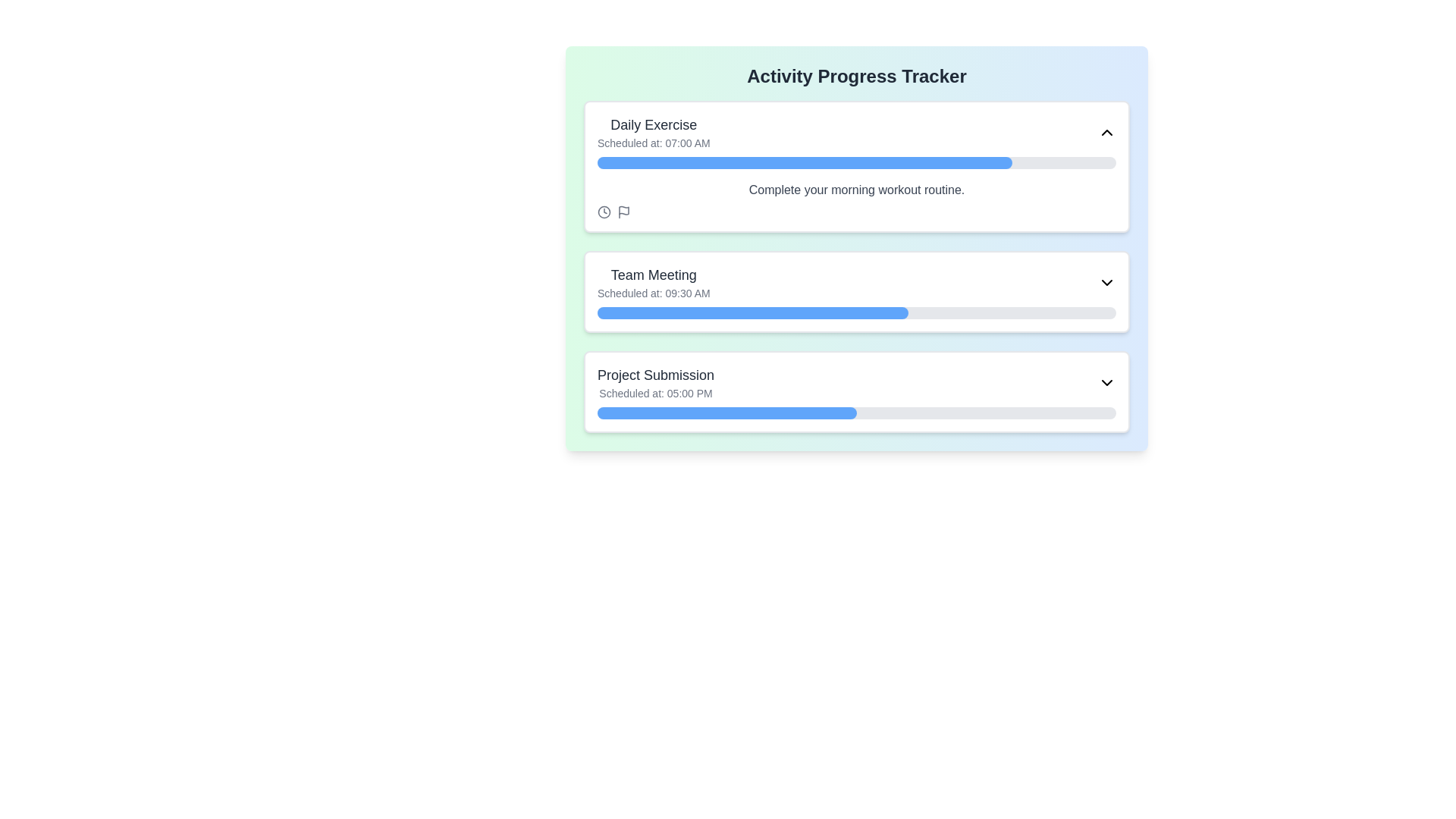 The width and height of the screenshot is (1456, 819). Describe the element at coordinates (856, 76) in the screenshot. I see `the header text label that reads 'Activity Progress Tracker', which is styled in bold and extra-large text and is positioned centrally at the top of the card` at that location.